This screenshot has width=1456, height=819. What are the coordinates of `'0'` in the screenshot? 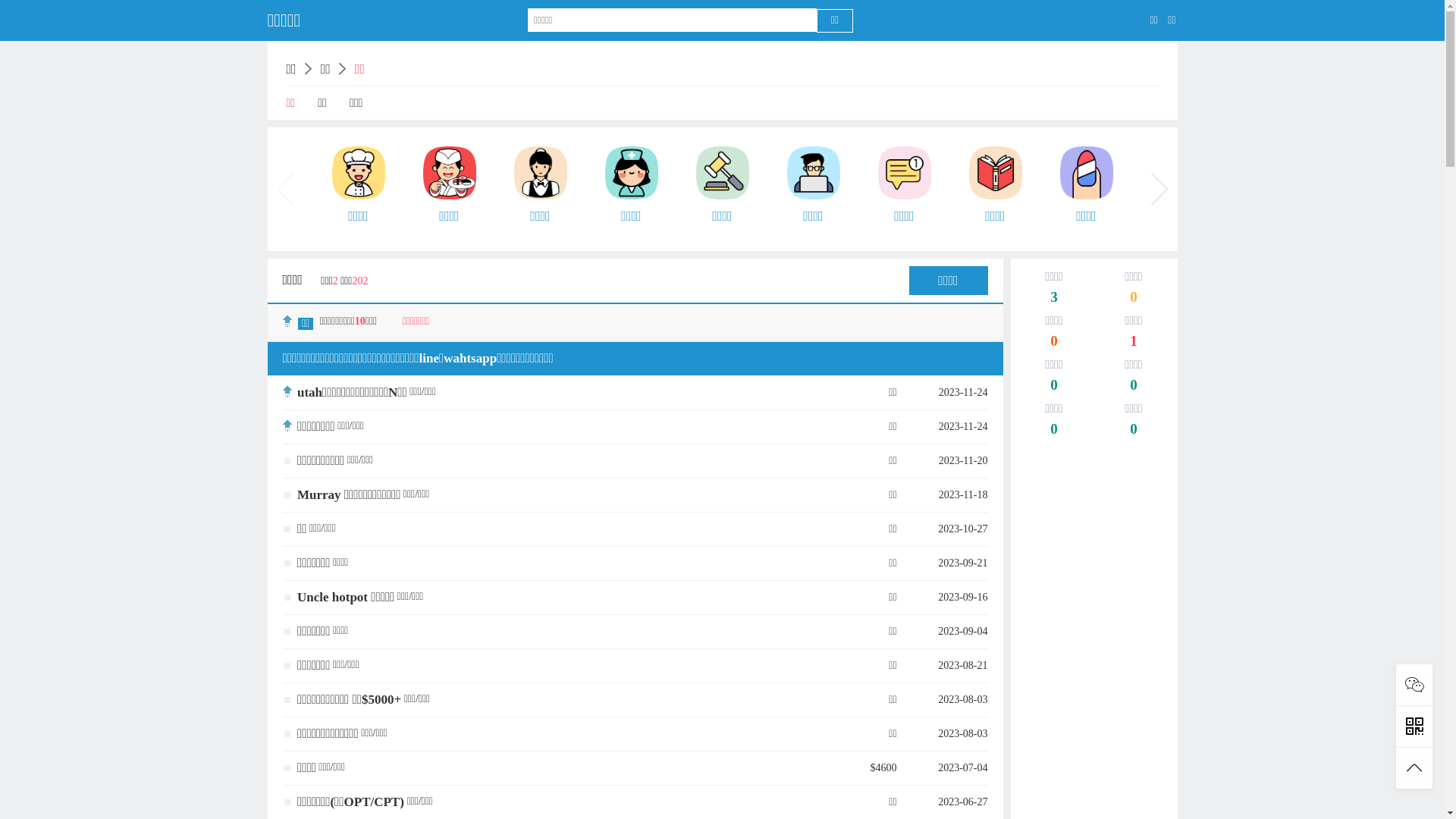 It's located at (1133, 298).